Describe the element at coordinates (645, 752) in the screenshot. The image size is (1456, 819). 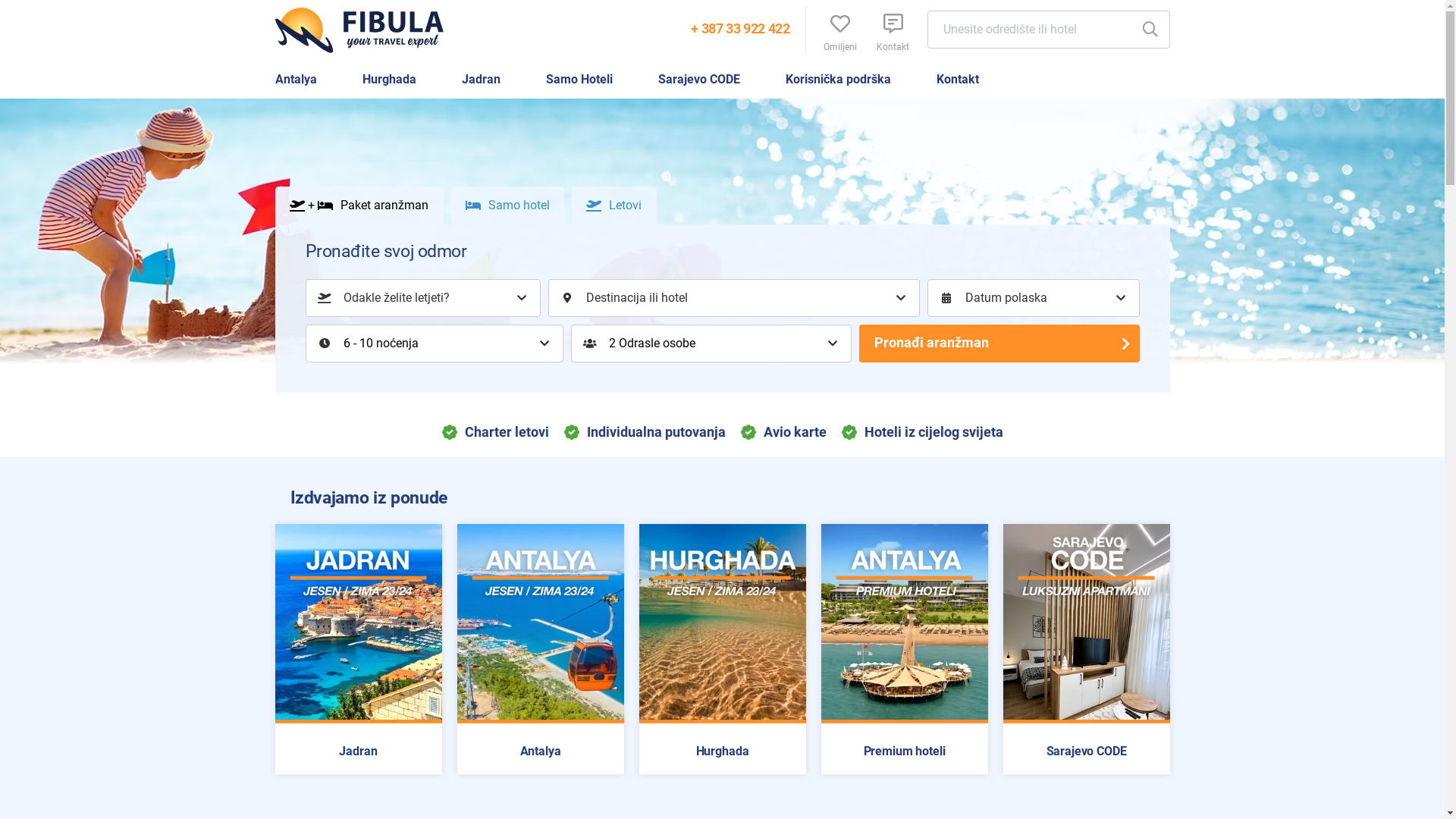
I see `'Hurghada'` at that location.